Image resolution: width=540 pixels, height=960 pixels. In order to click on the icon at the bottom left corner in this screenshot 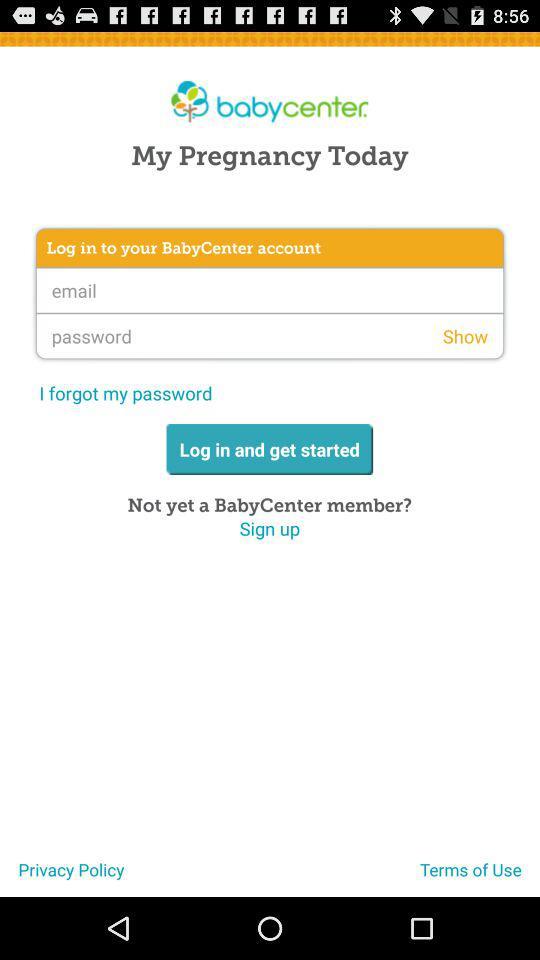, I will do `click(62, 876)`.